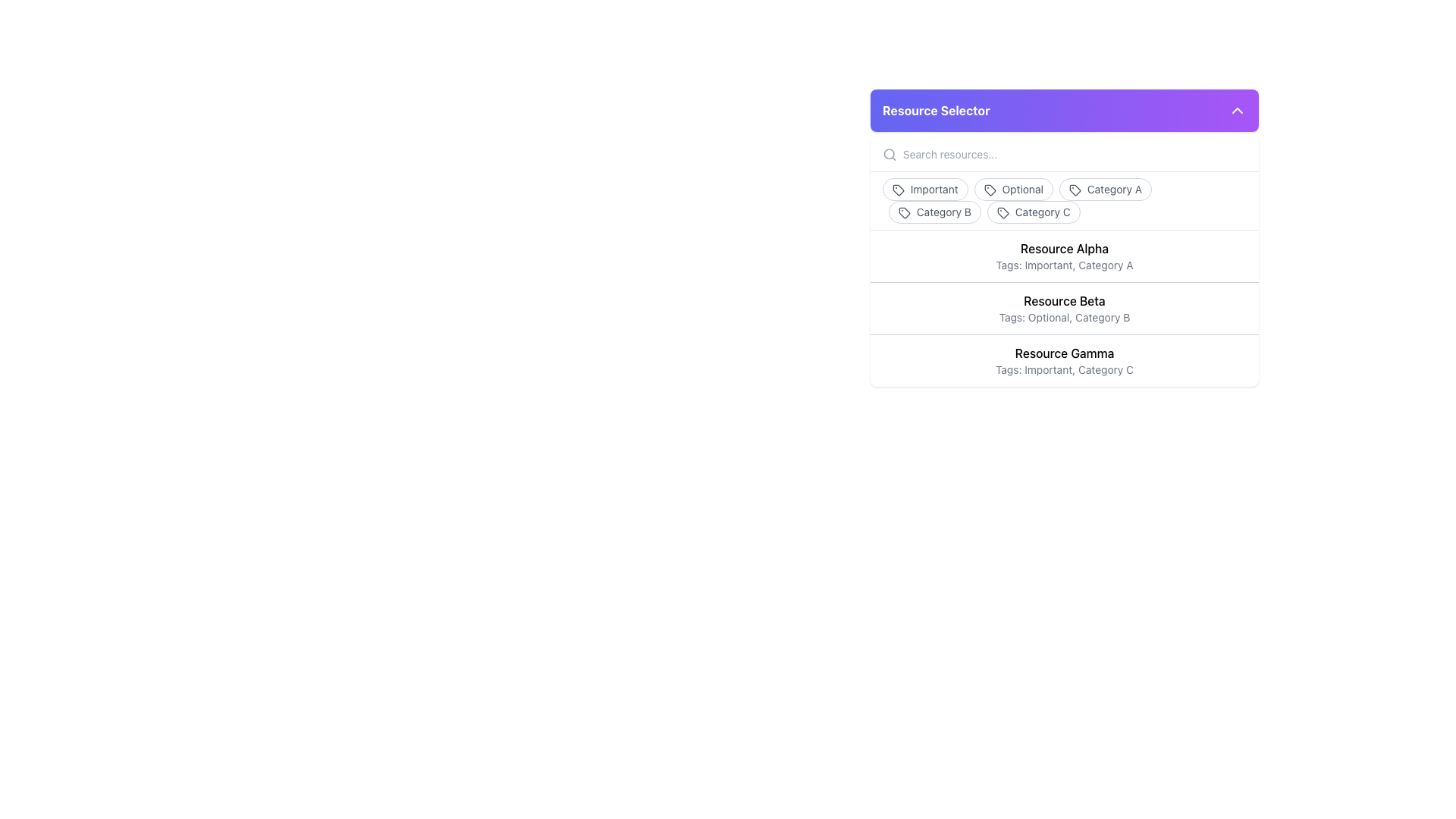  Describe the element at coordinates (1063, 317) in the screenshot. I see `the text label reading 'Tags: Optional, Category B', which is styled in a small gray font and located directly below the bold title 'Resource Beta'` at that location.